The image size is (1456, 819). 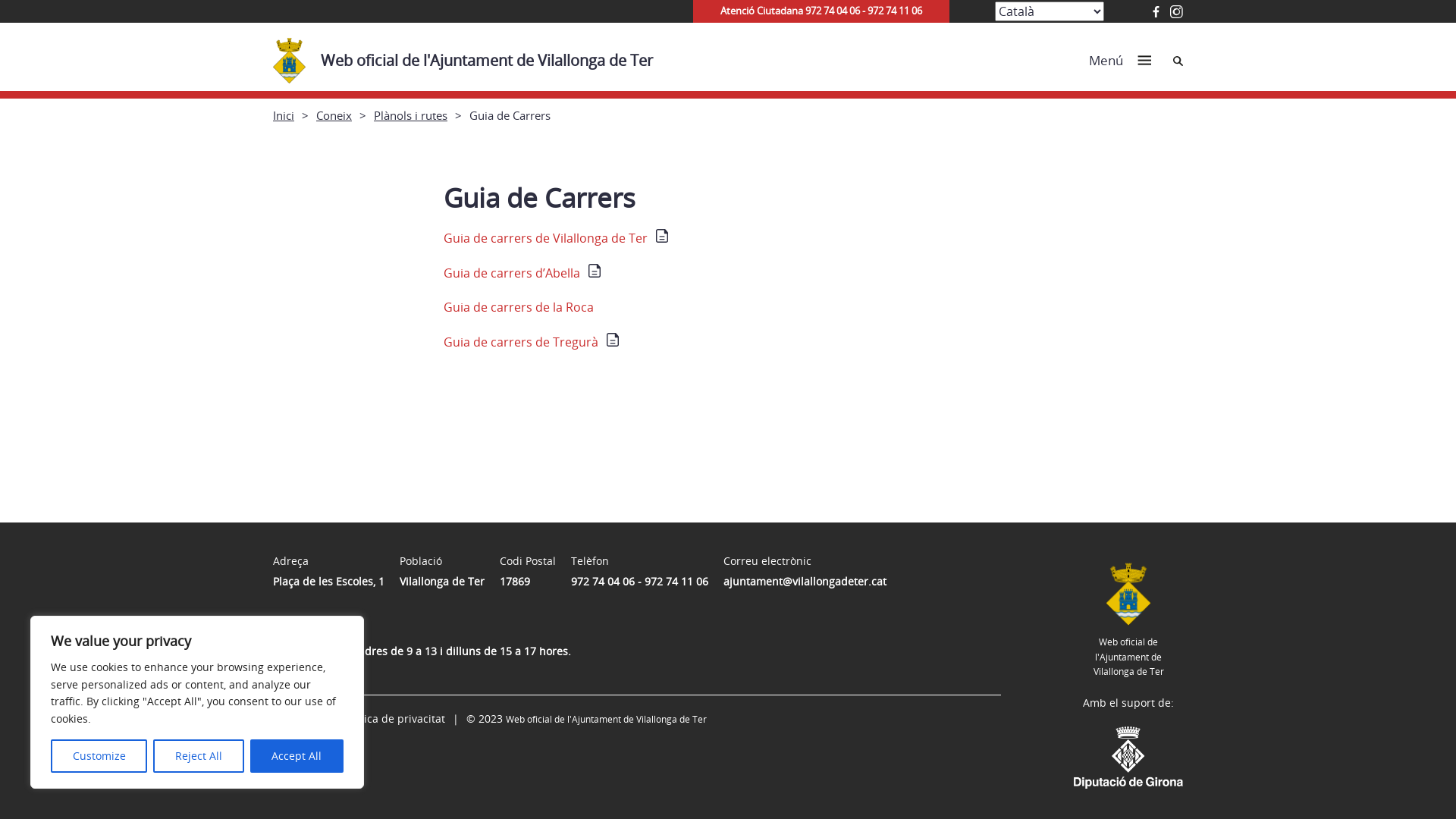 What do you see at coordinates (519, 307) in the screenshot?
I see `'Guia de carrers de la Roca'` at bounding box center [519, 307].